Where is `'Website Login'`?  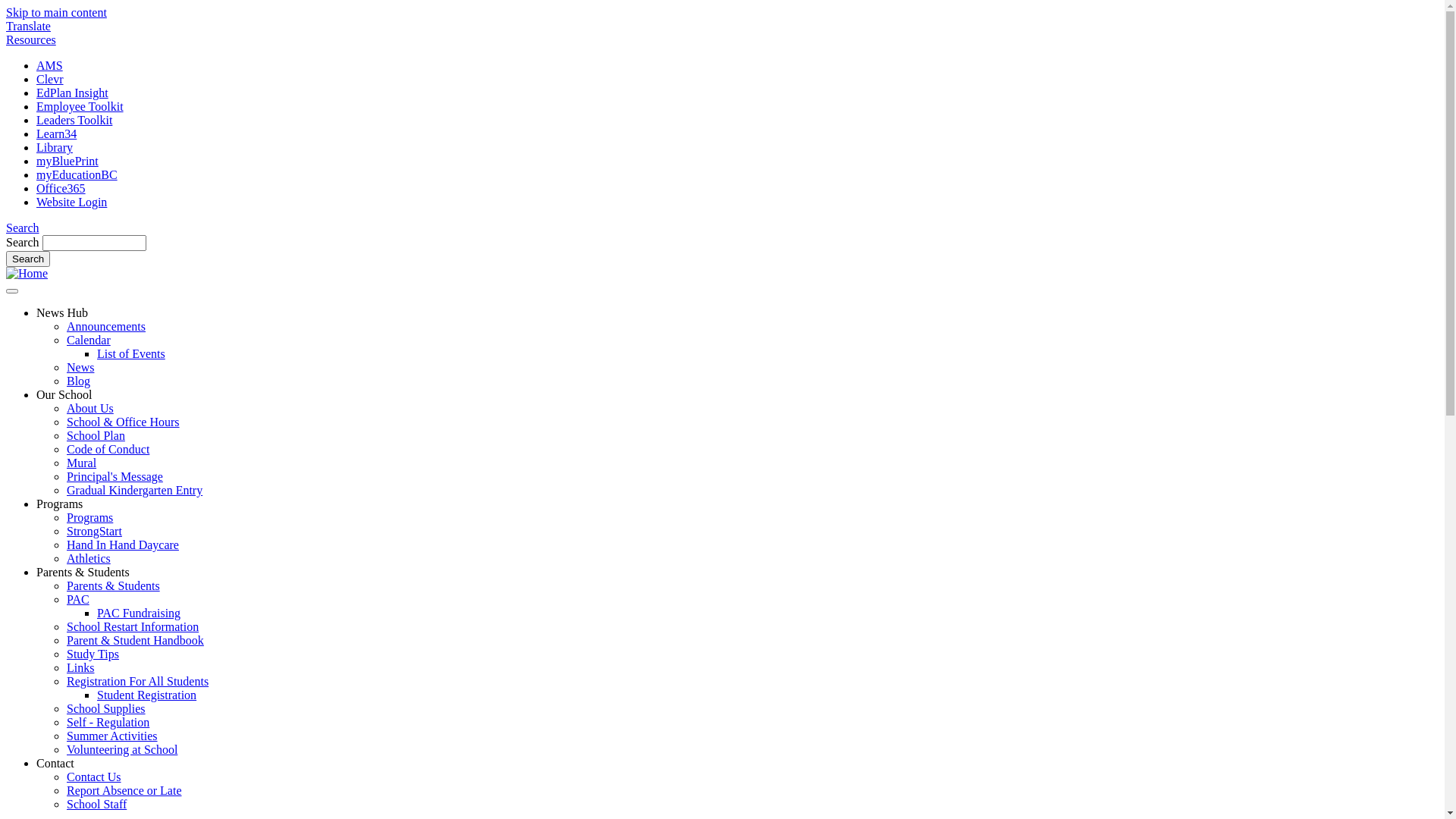 'Website Login' is located at coordinates (71, 201).